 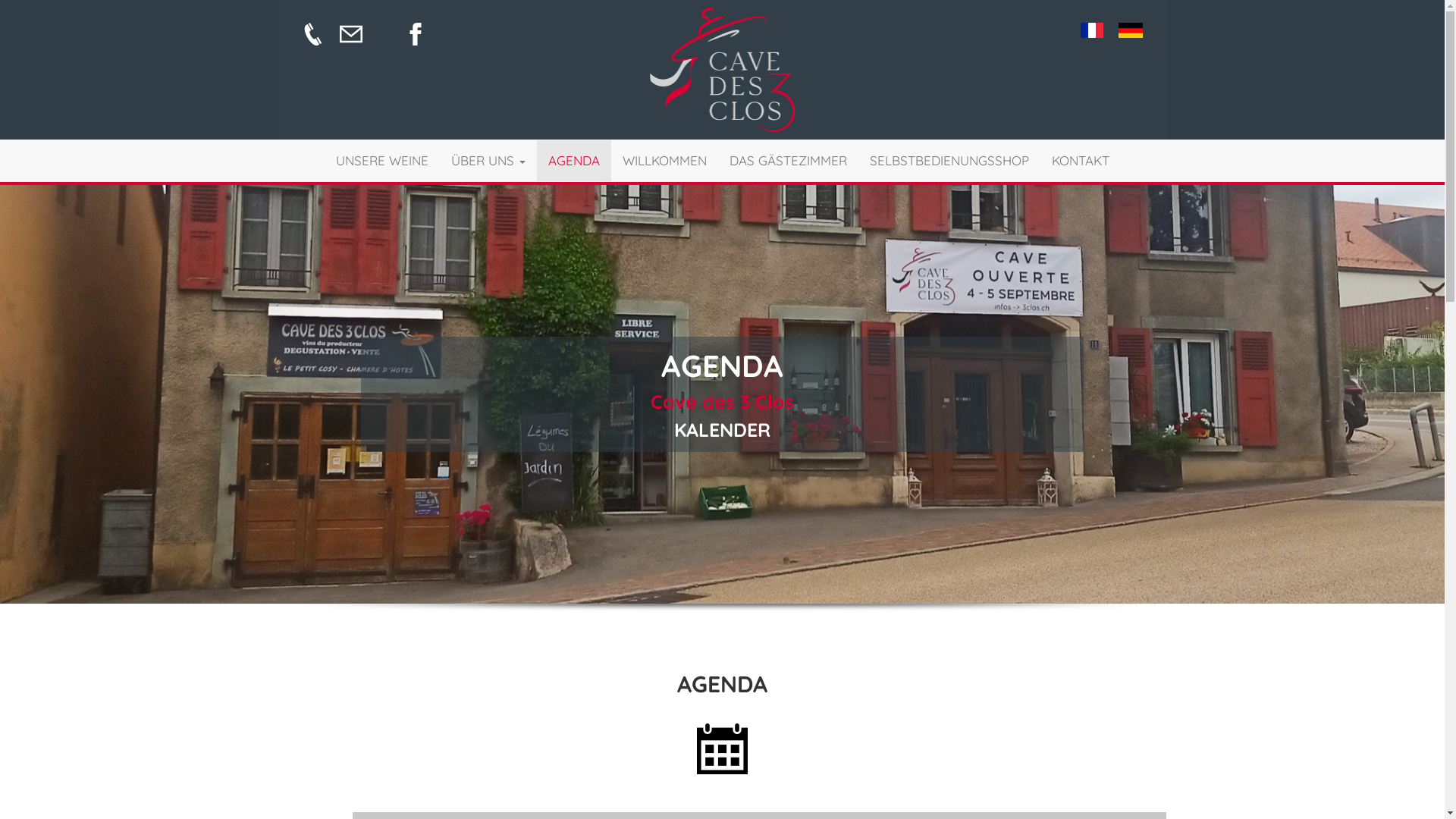 What do you see at coordinates (382, 161) in the screenshot?
I see `'UNSERE WEINE'` at bounding box center [382, 161].